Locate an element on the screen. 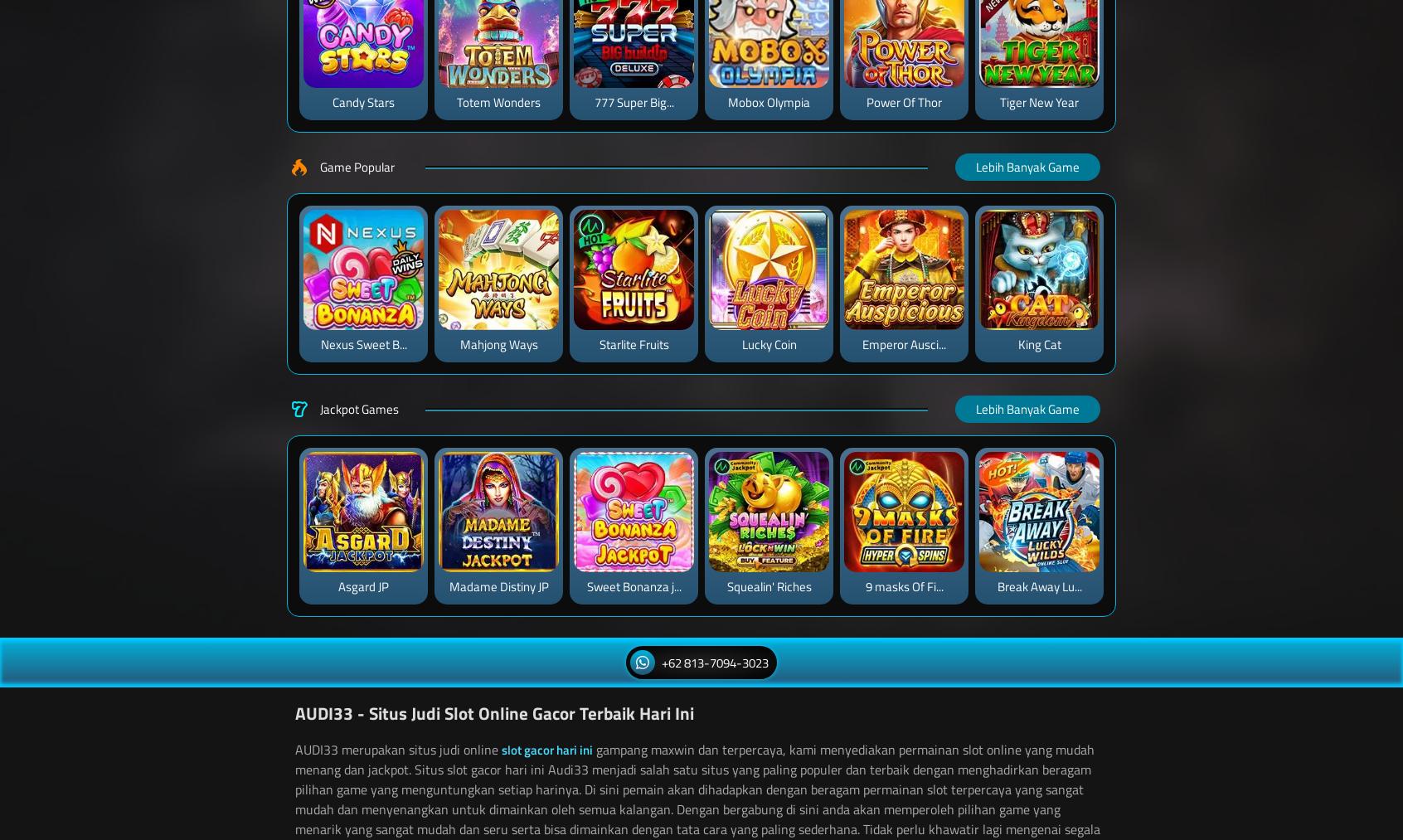  'Mahjong Ways' is located at coordinates (497, 343).